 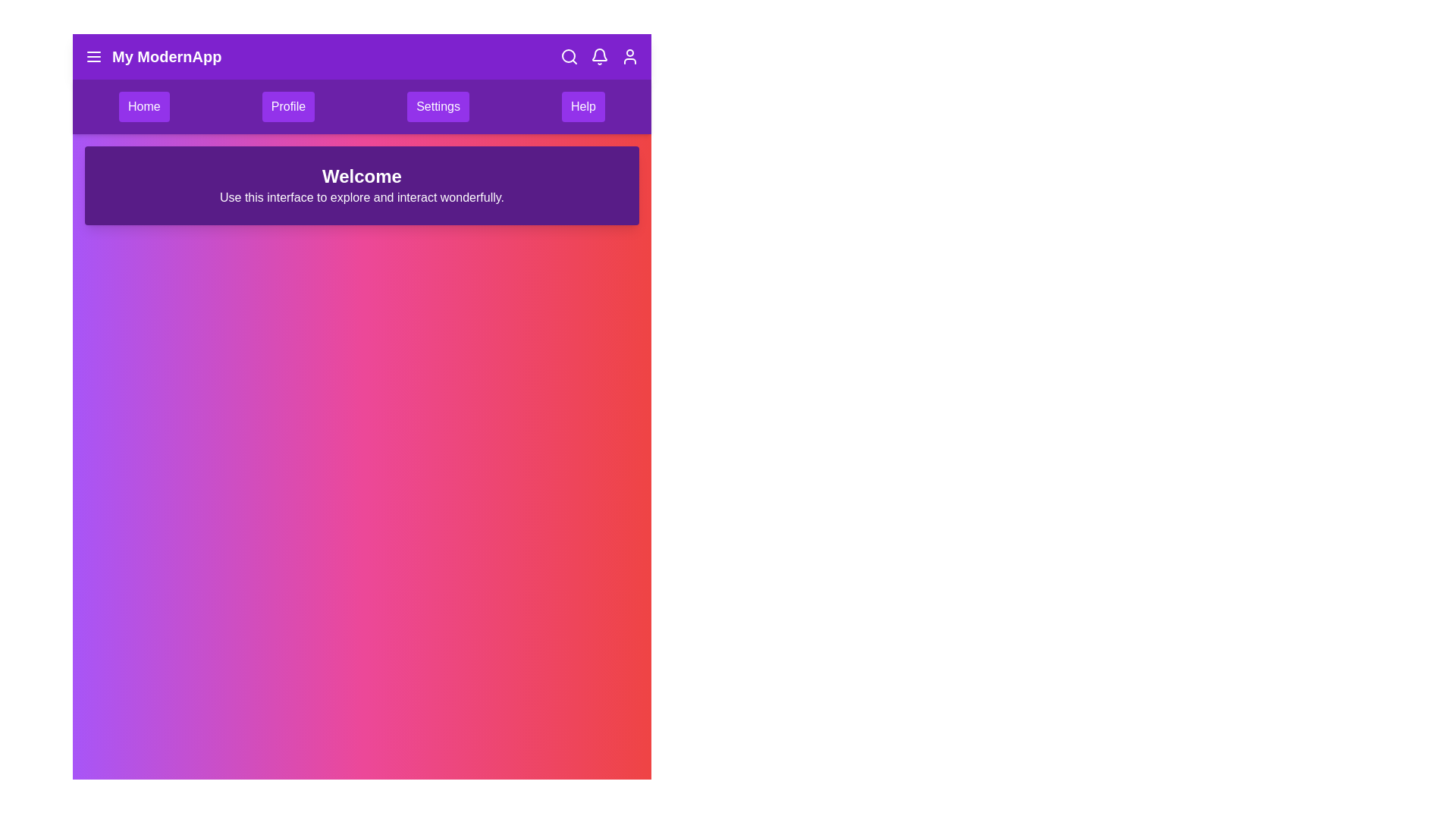 What do you see at coordinates (629, 55) in the screenshot?
I see `the user icon in the app bar` at bounding box center [629, 55].